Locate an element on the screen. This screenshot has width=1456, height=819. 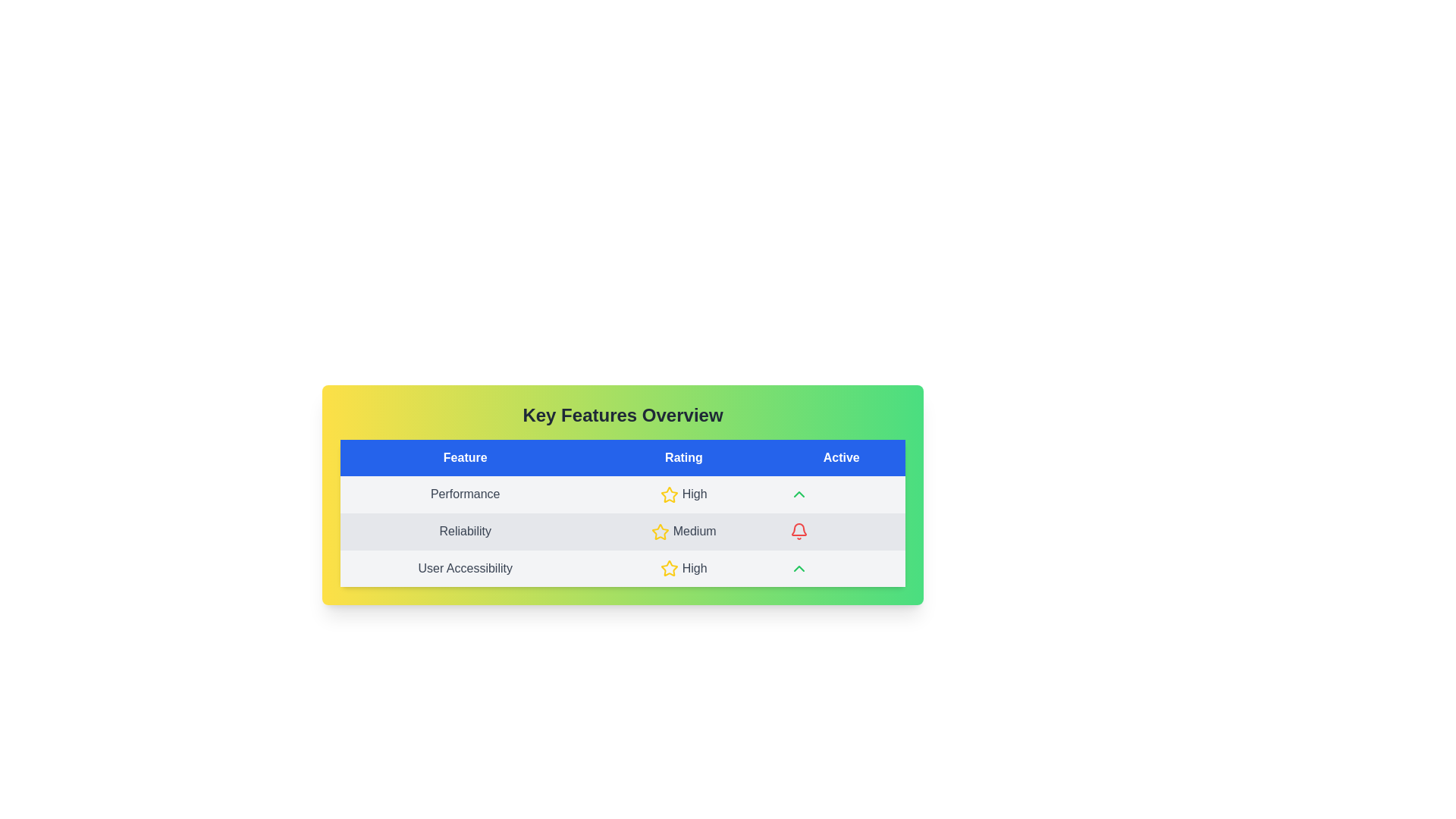
the star icon that represents a 'High' rating in the 'Rating' column of the first row in the 'Key Features Overview' table is located at coordinates (669, 494).